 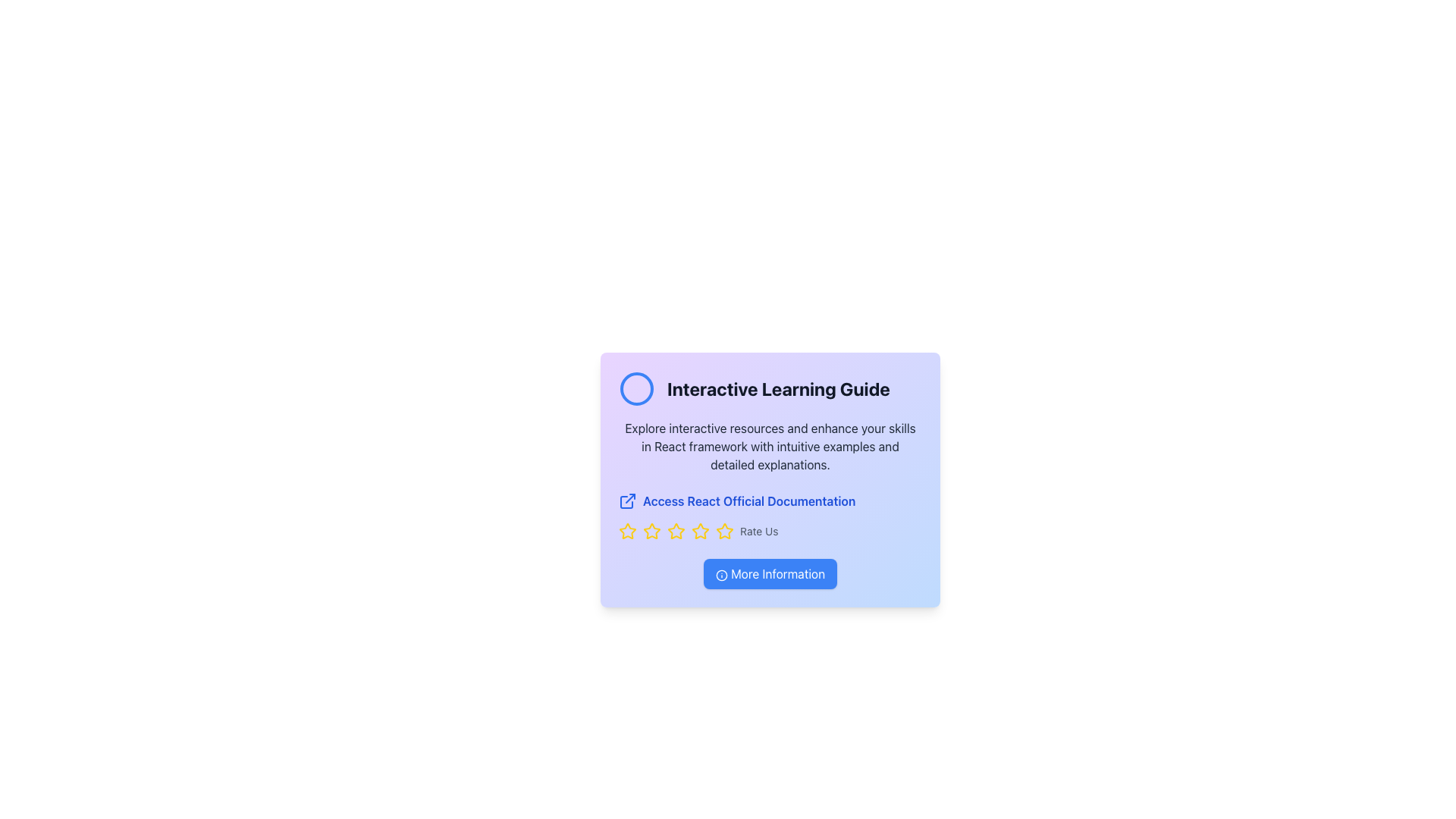 I want to click on the 'More Information' button, which is a rectangular button with rounded corners, vibrant blue background, and white text, located at the bottom of the 'Interactive Learning Guide' card layout, so click(x=770, y=573).